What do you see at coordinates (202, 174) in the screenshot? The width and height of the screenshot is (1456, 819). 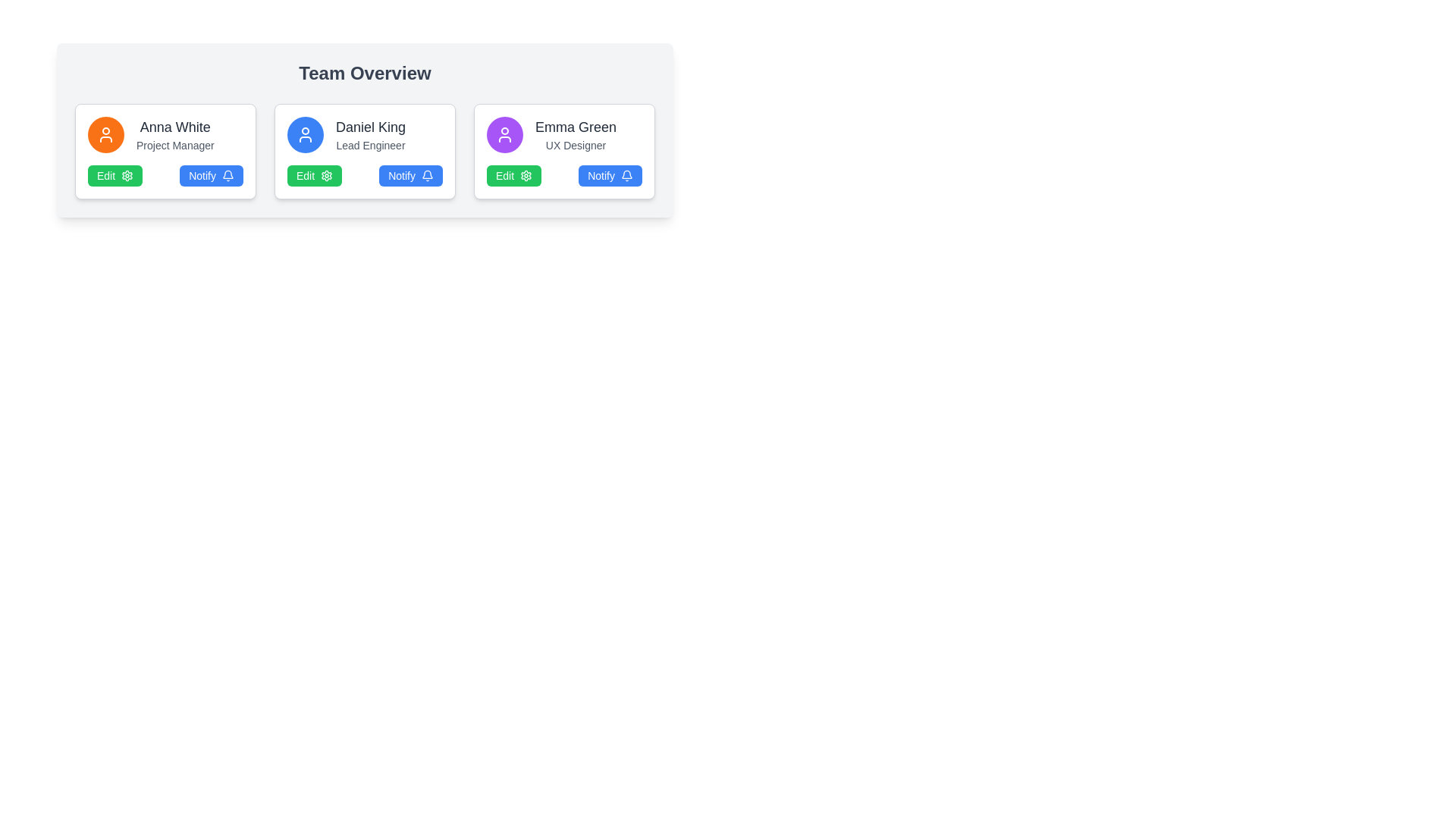 I see `the 'Notify' text label which is styled in white on a blue background and located on the left side of the button under the 'Anna White' card in the 'Team Overview' section` at bounding box center [202, 174].